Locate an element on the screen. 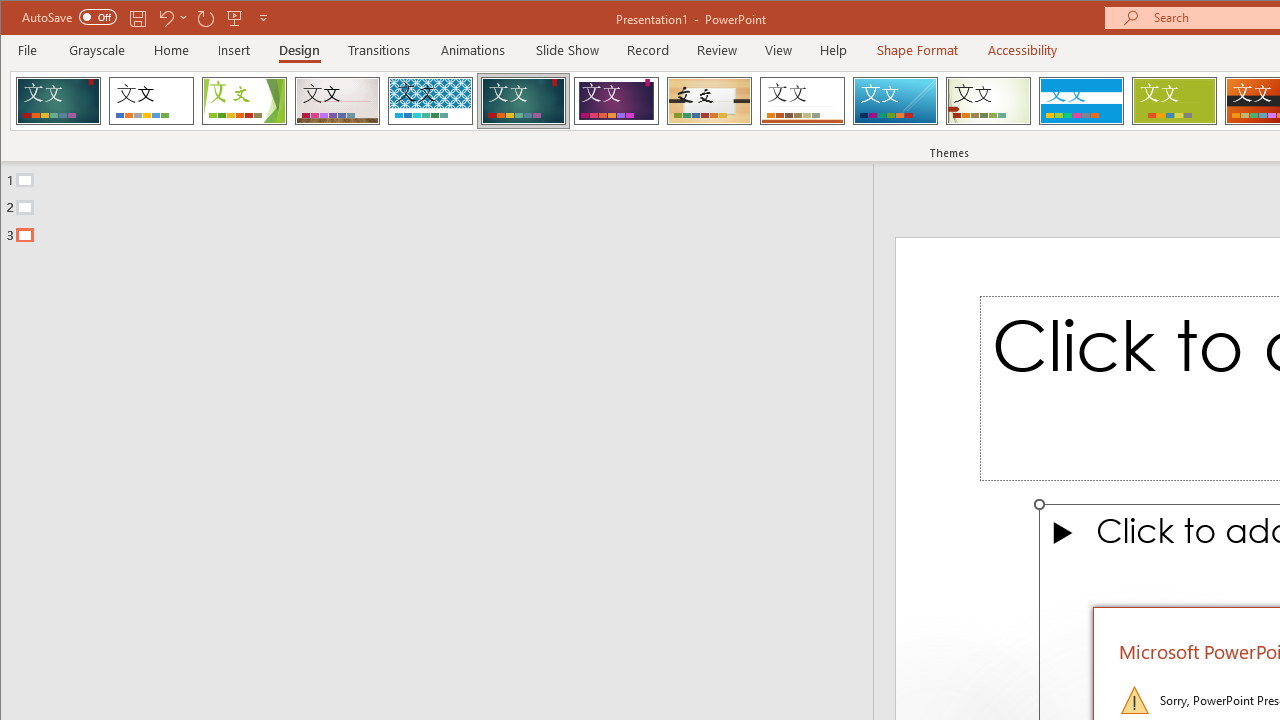 The width and height of the screenshot is (1280, 720). 'Outline' is located at coordinates (444, 203).